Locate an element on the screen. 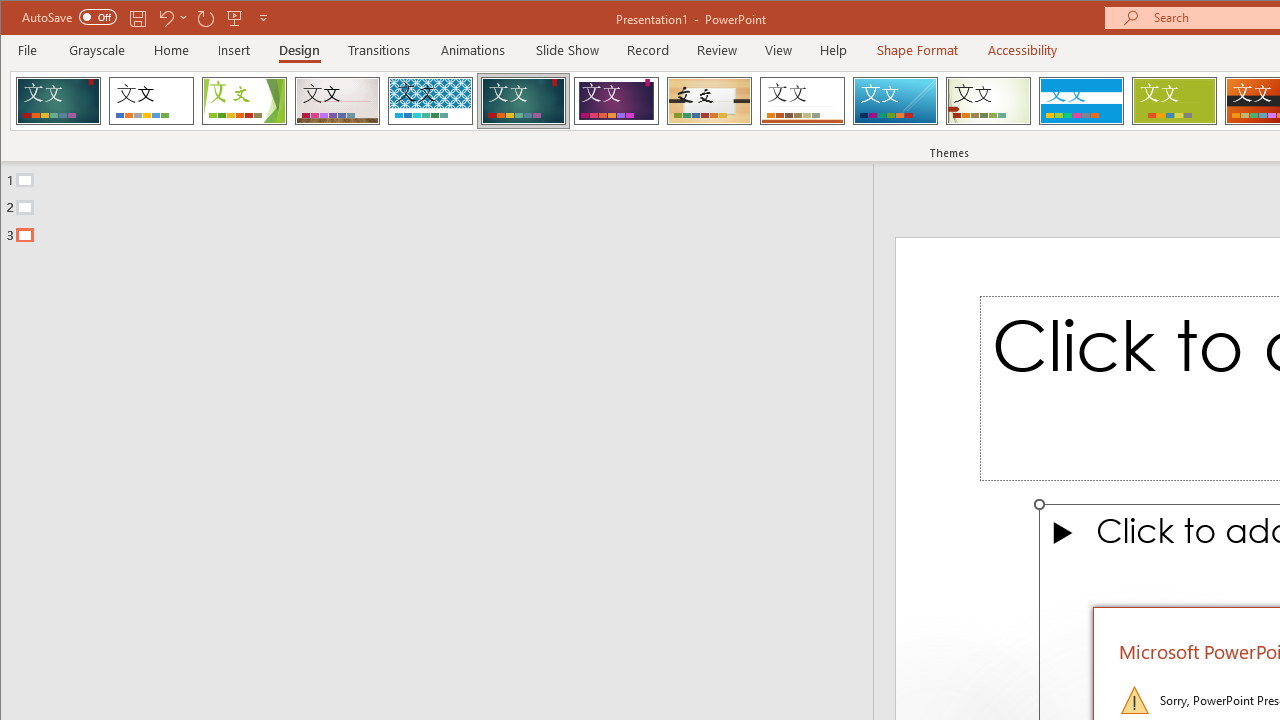 The width and height of the screenshot is (1280, 720). 'Outline' is located at coordinates (444, 203).